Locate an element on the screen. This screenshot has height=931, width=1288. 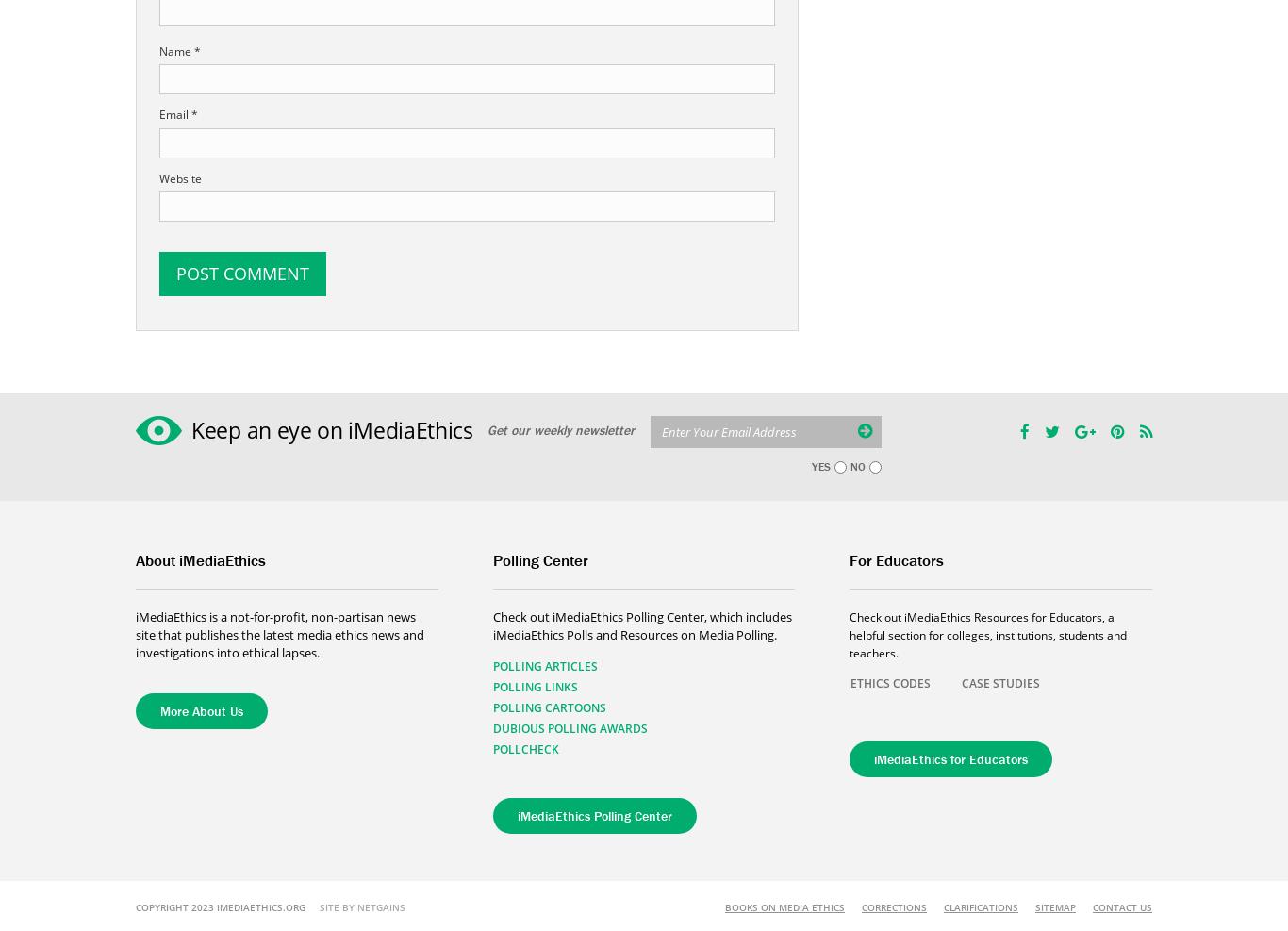
'Polling Links' is located at coordinates (535, 685).